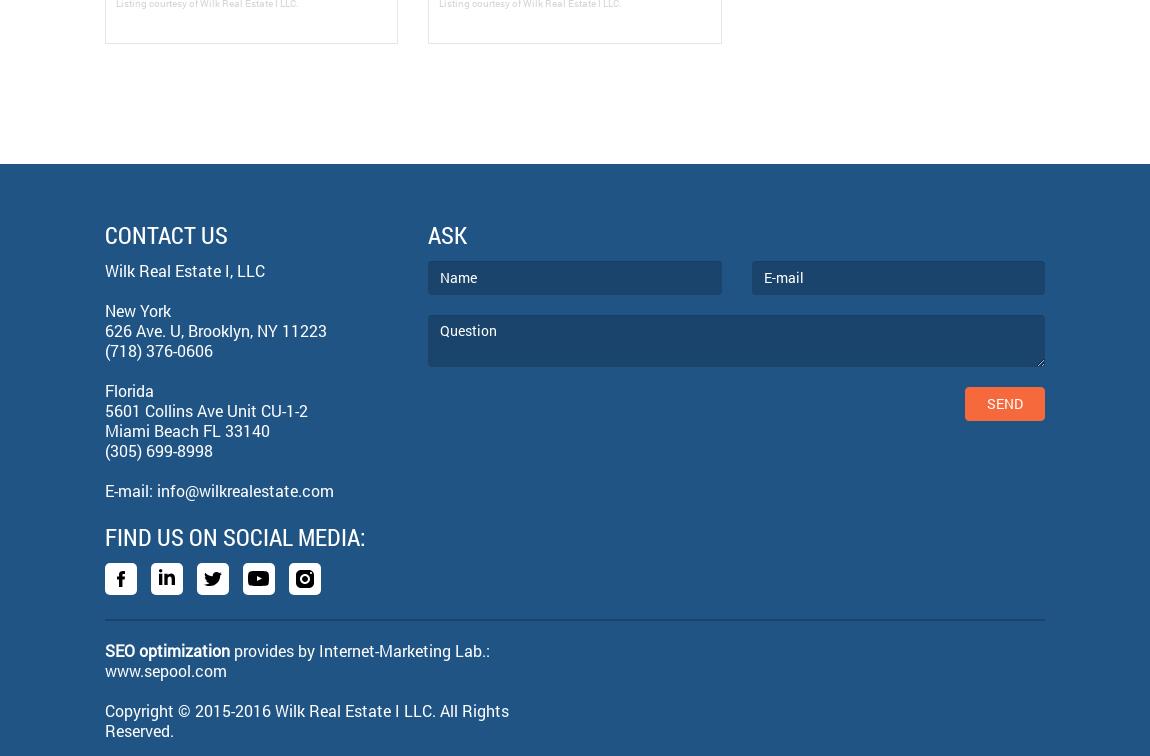  I want to click on 'Find Us on Social Media:', so click(234, 536).